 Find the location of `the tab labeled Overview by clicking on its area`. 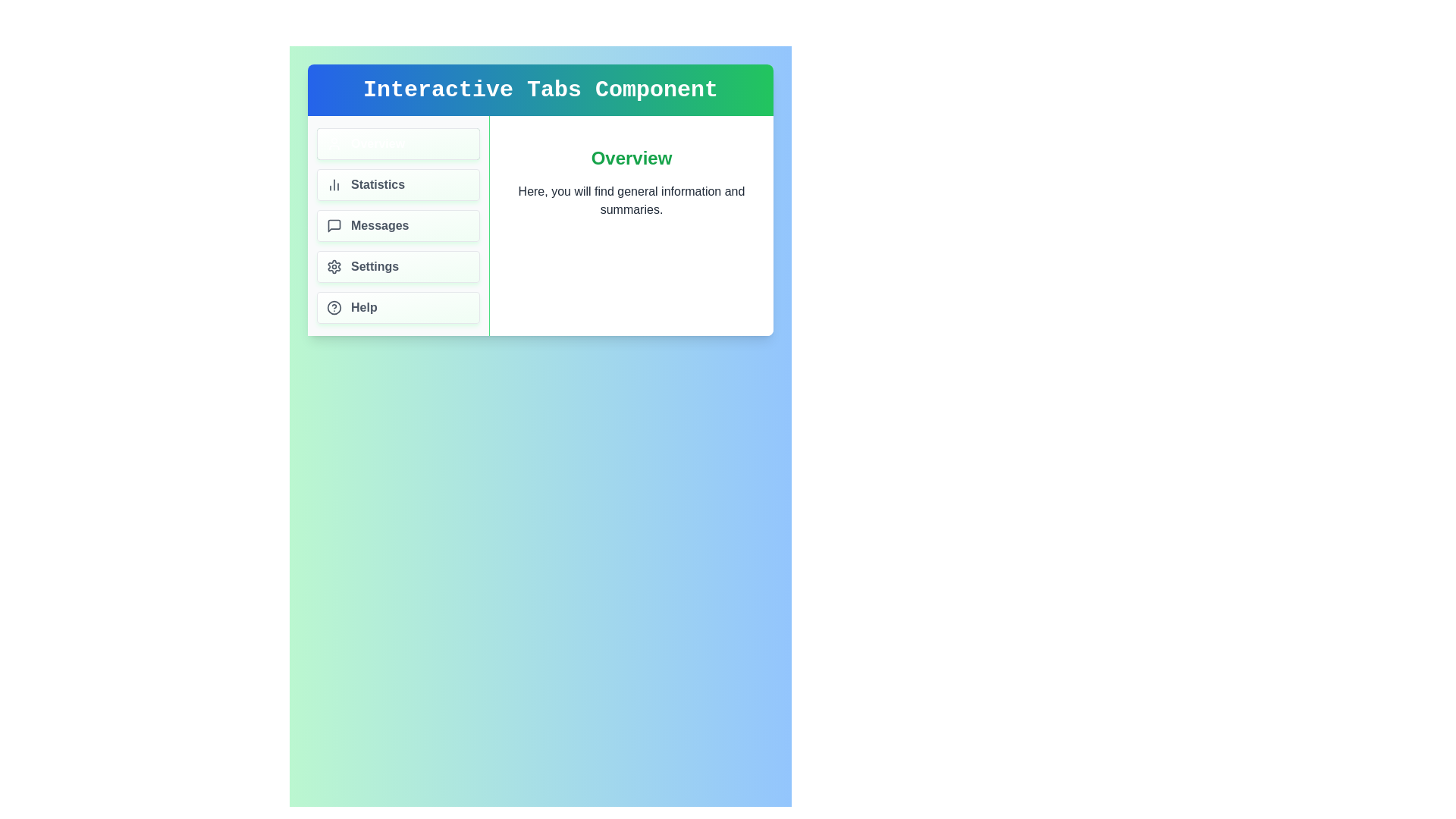

the tab labeled Overview by clicking on its area is located at coordinates (398, 143).